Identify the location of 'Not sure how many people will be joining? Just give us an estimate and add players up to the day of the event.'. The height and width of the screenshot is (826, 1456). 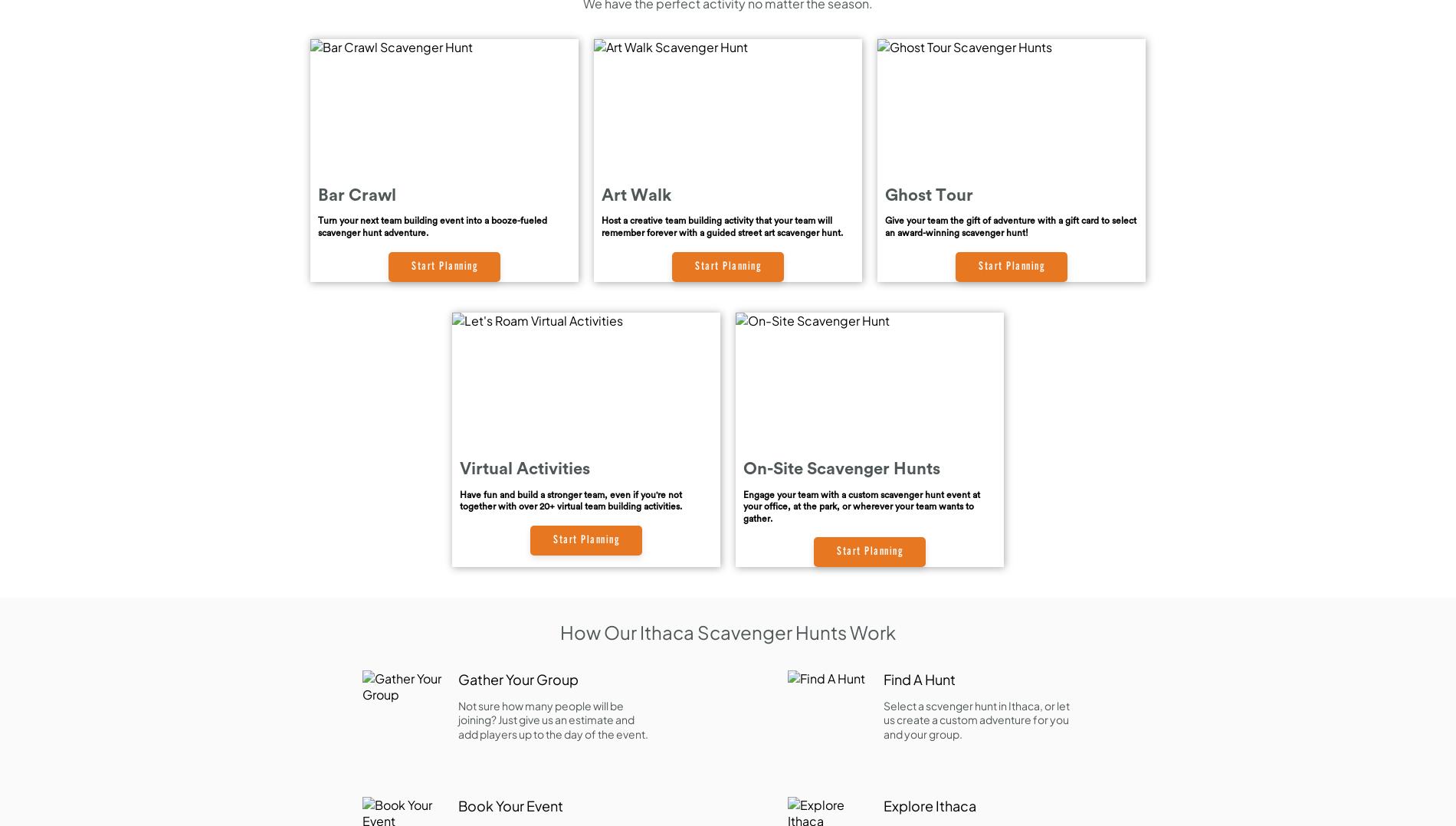
(552, 719).